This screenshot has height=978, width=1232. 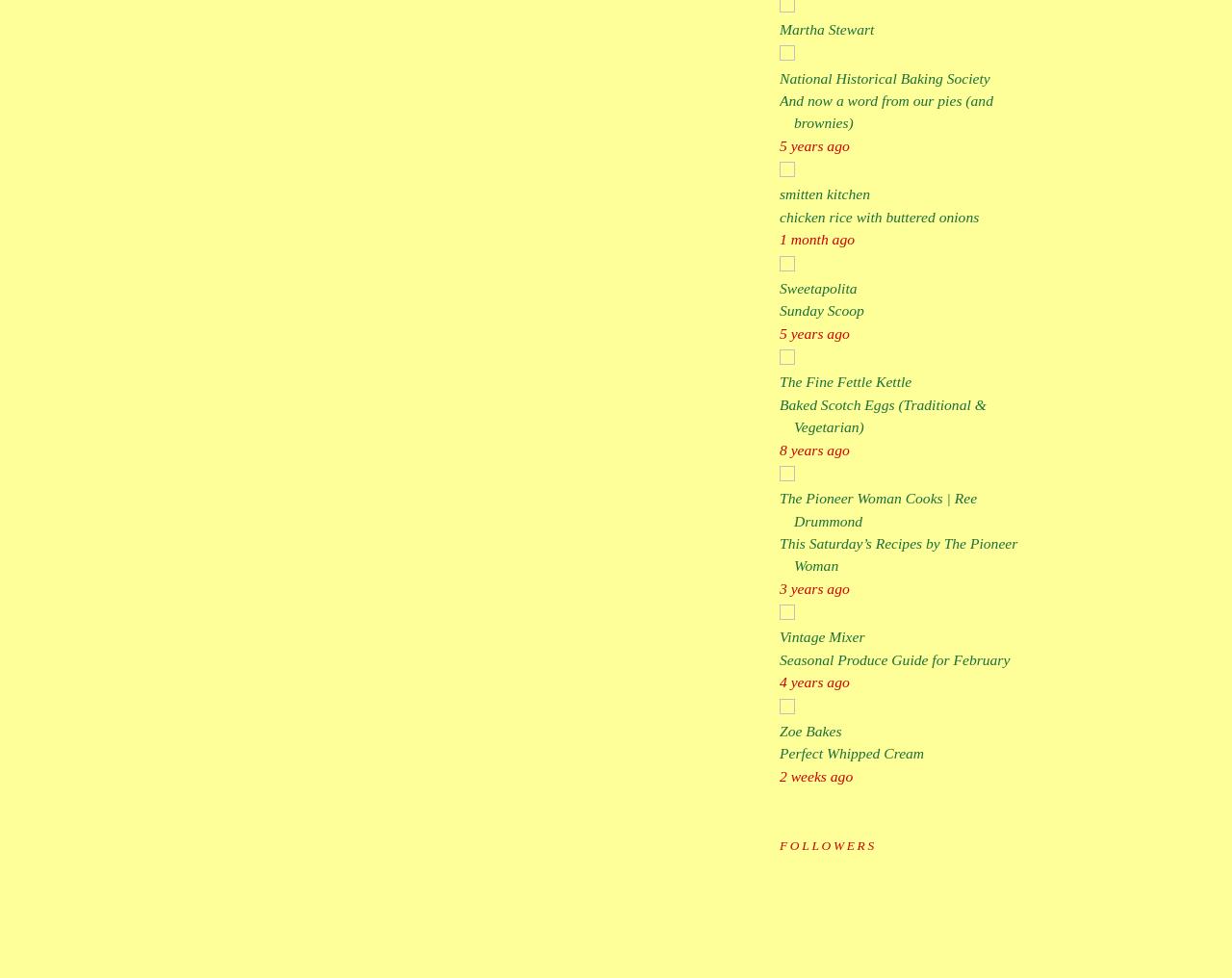 What do you see at coordinates (779, 730) in the screenshot?
I see `'Zoe Bakes'` at bounding box center [779, 730].